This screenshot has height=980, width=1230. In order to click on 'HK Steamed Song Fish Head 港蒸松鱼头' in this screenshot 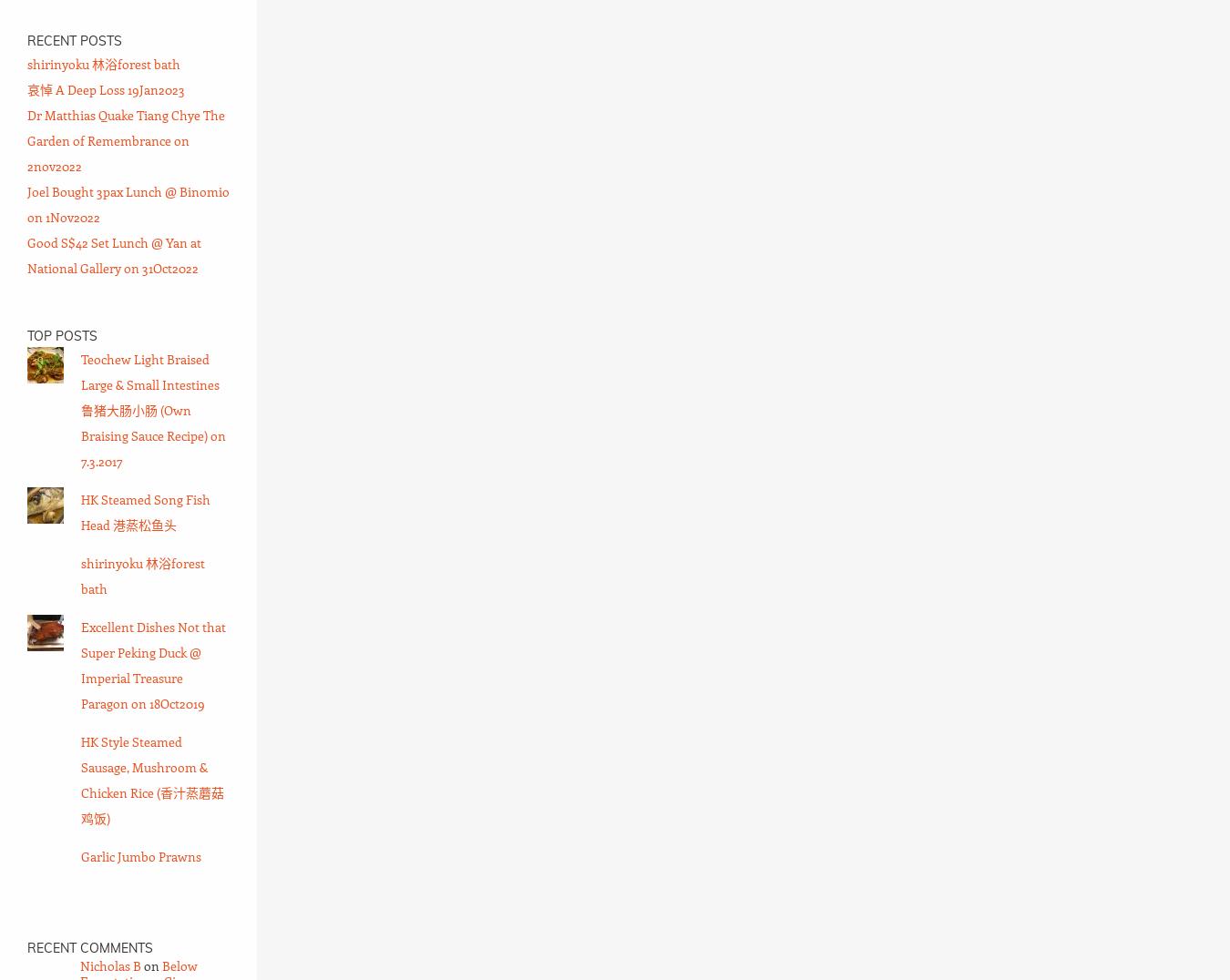, I will do `click(145, 511)`.